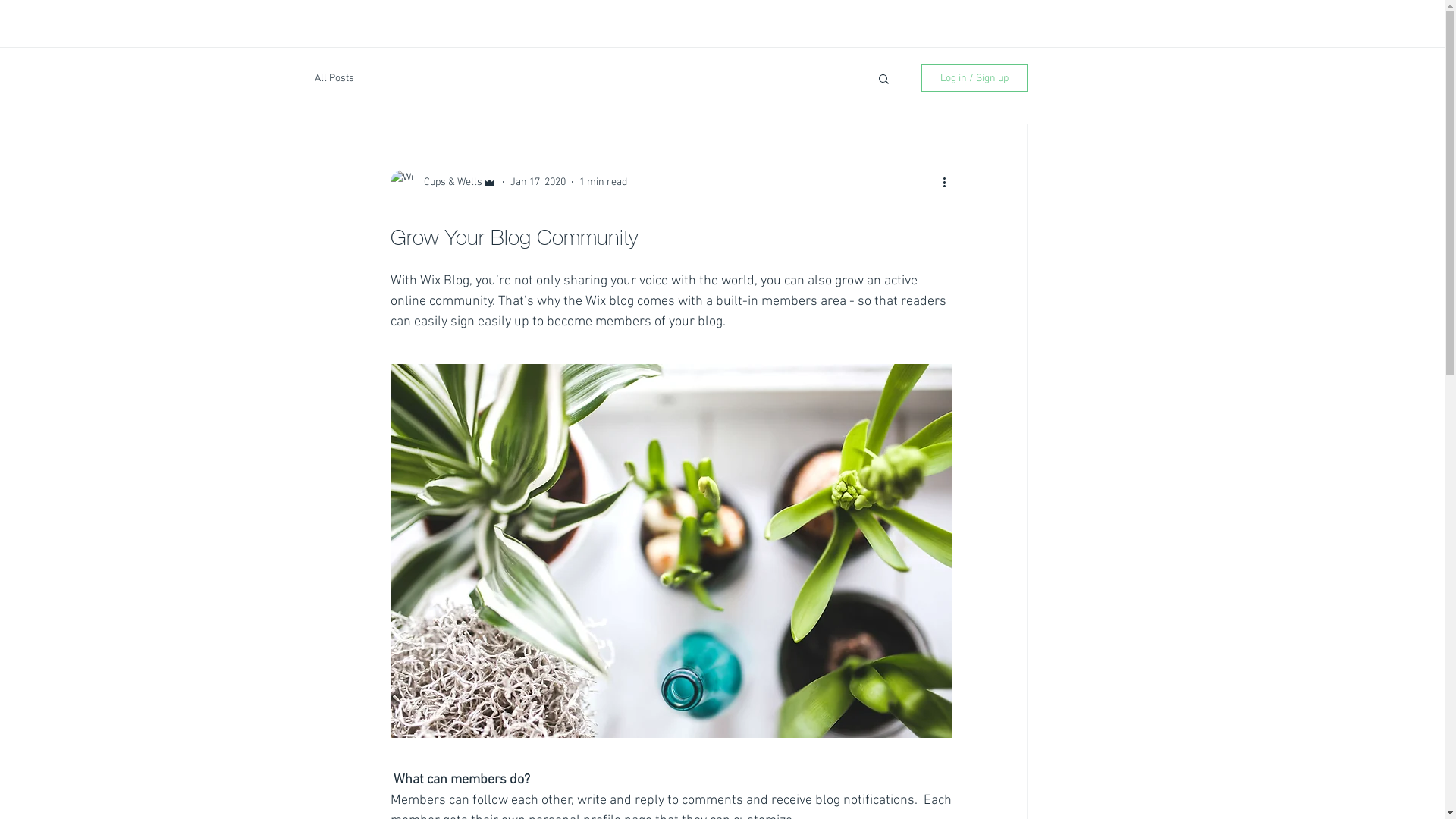 Image resolution: width=1456 pixels, height=819 pixels. I want to click on 'All Posts', so click(333, 77).